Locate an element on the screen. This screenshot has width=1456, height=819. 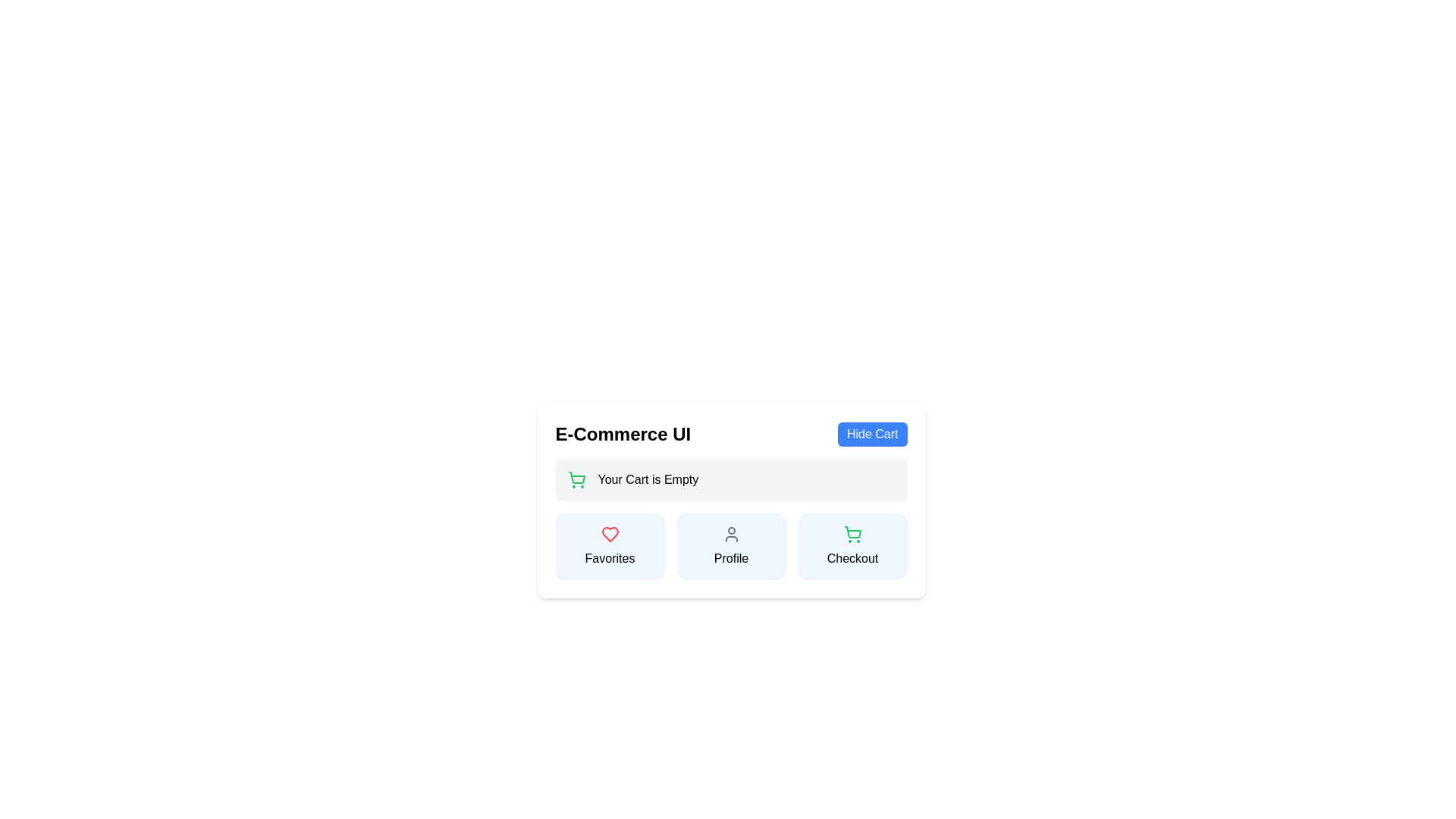
the interactive card located in the middle of the three horizontally aligned cards is located at coordinates (731, 547).